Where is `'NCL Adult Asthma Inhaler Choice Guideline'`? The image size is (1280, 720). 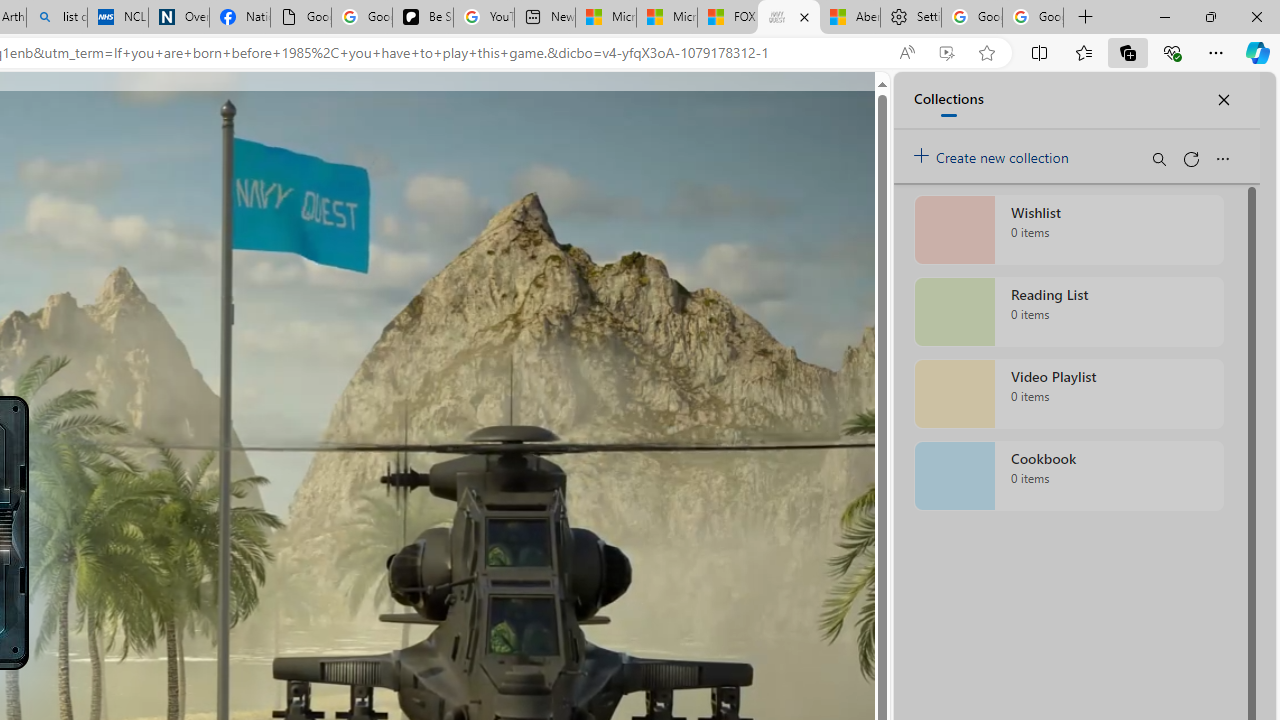
'NCL Adult Asthma Inhaler Choice Guideline' is located at coordinates (117, 17).